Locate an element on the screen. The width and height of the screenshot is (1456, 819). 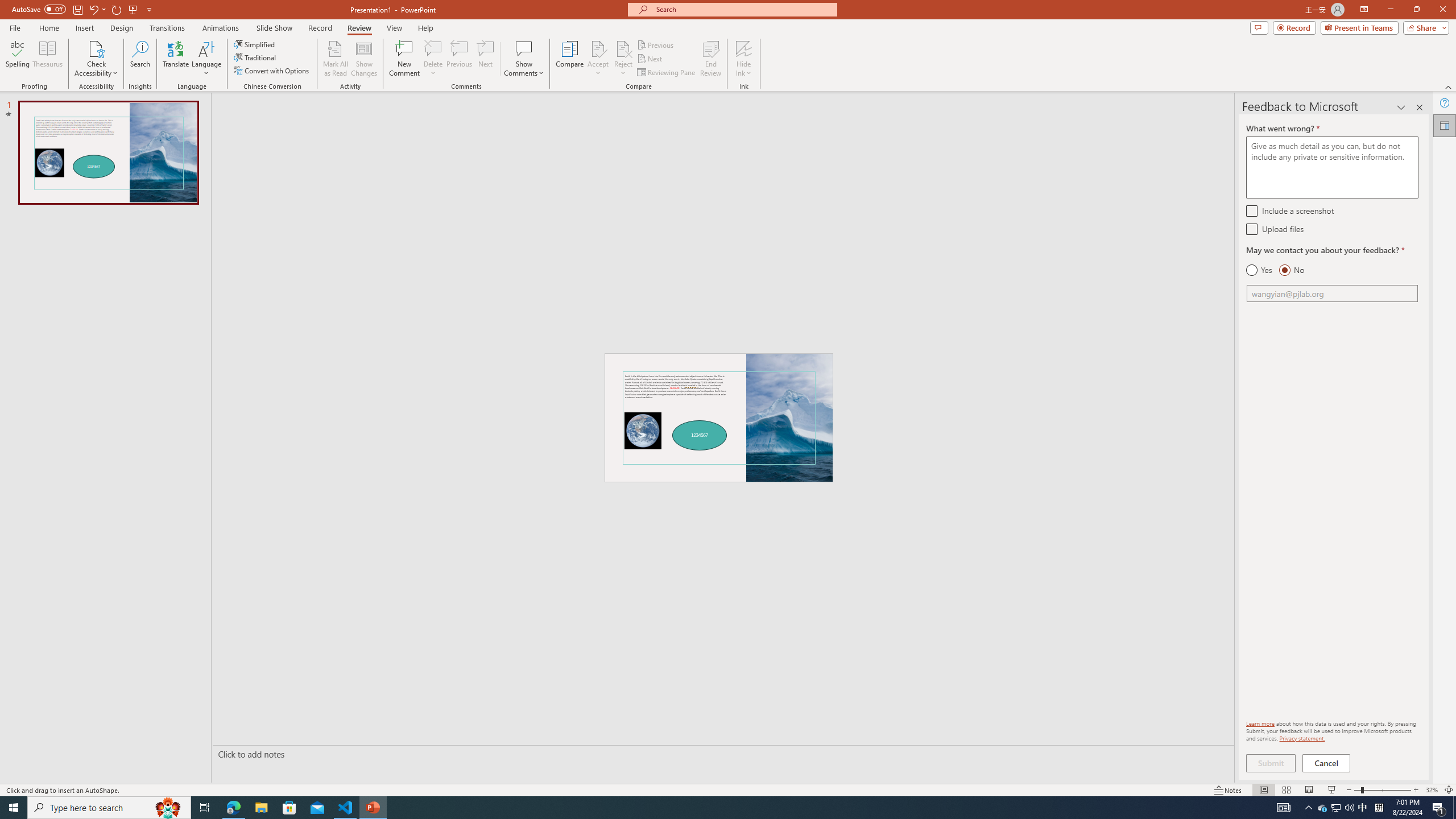
'No' is located at coordinates (1291, 270).